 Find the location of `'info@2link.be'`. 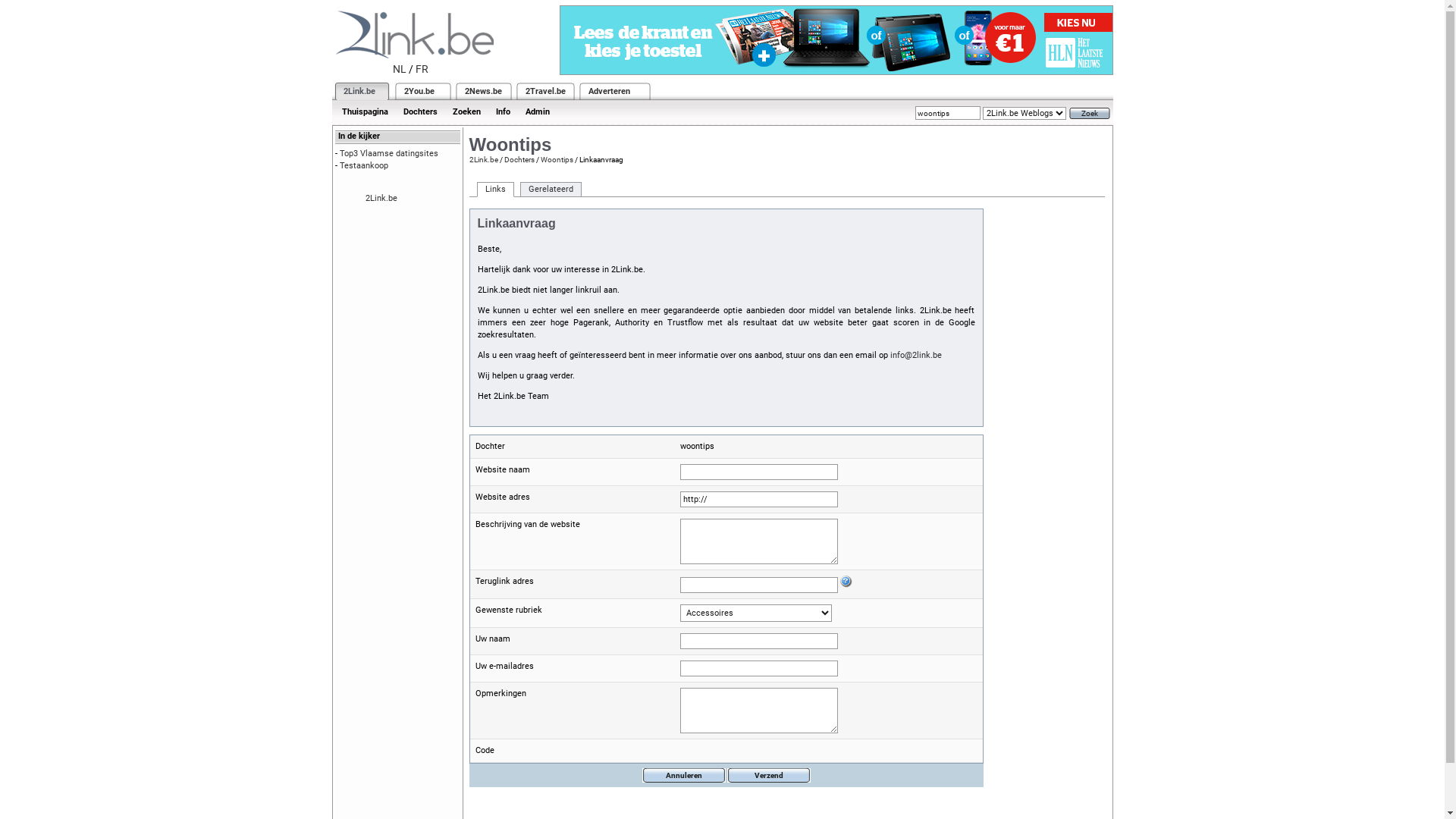

'info@2link.be' is located at coordinates (915, 355).